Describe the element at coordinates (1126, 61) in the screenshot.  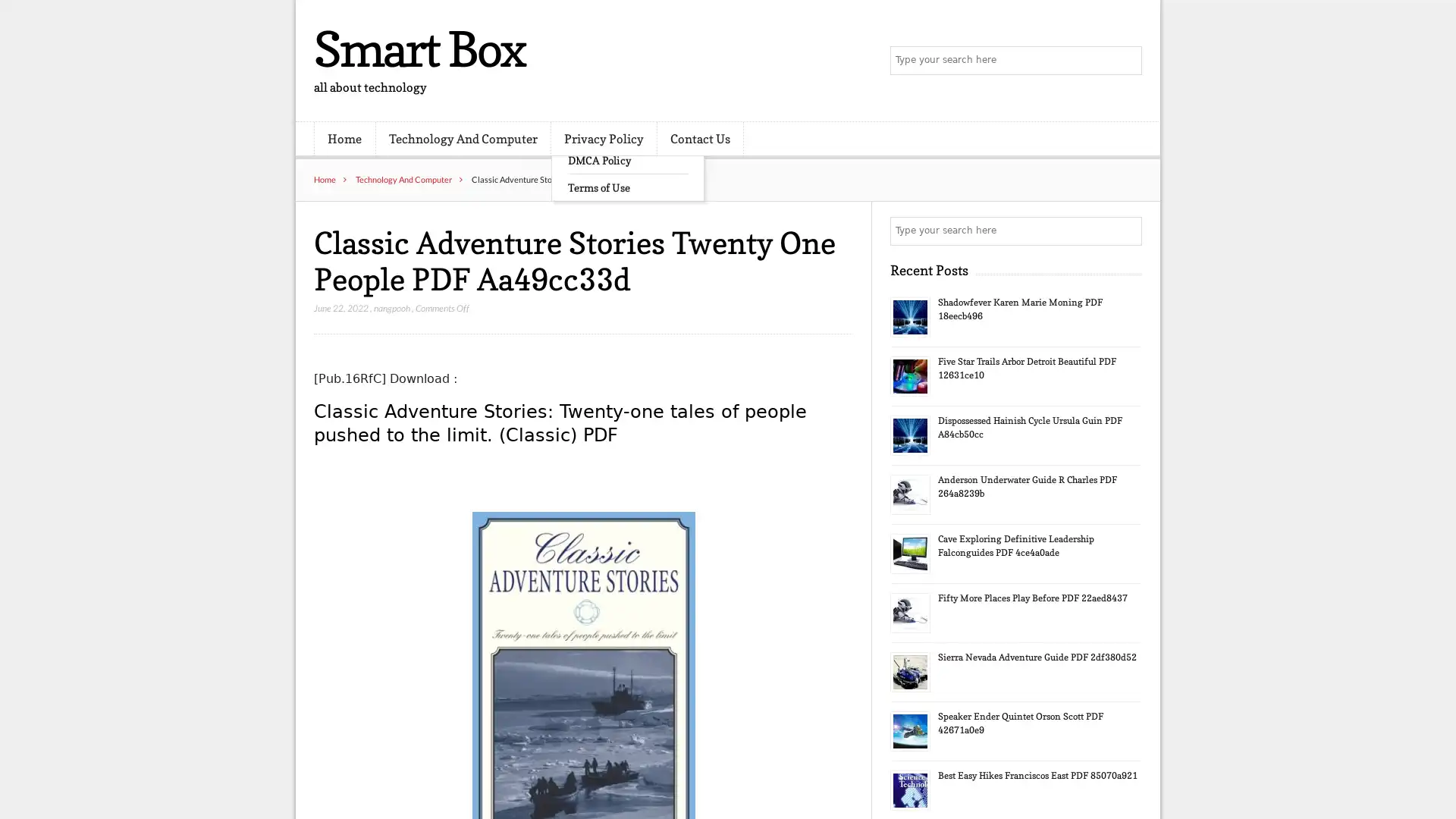
I see `Search` at that location.